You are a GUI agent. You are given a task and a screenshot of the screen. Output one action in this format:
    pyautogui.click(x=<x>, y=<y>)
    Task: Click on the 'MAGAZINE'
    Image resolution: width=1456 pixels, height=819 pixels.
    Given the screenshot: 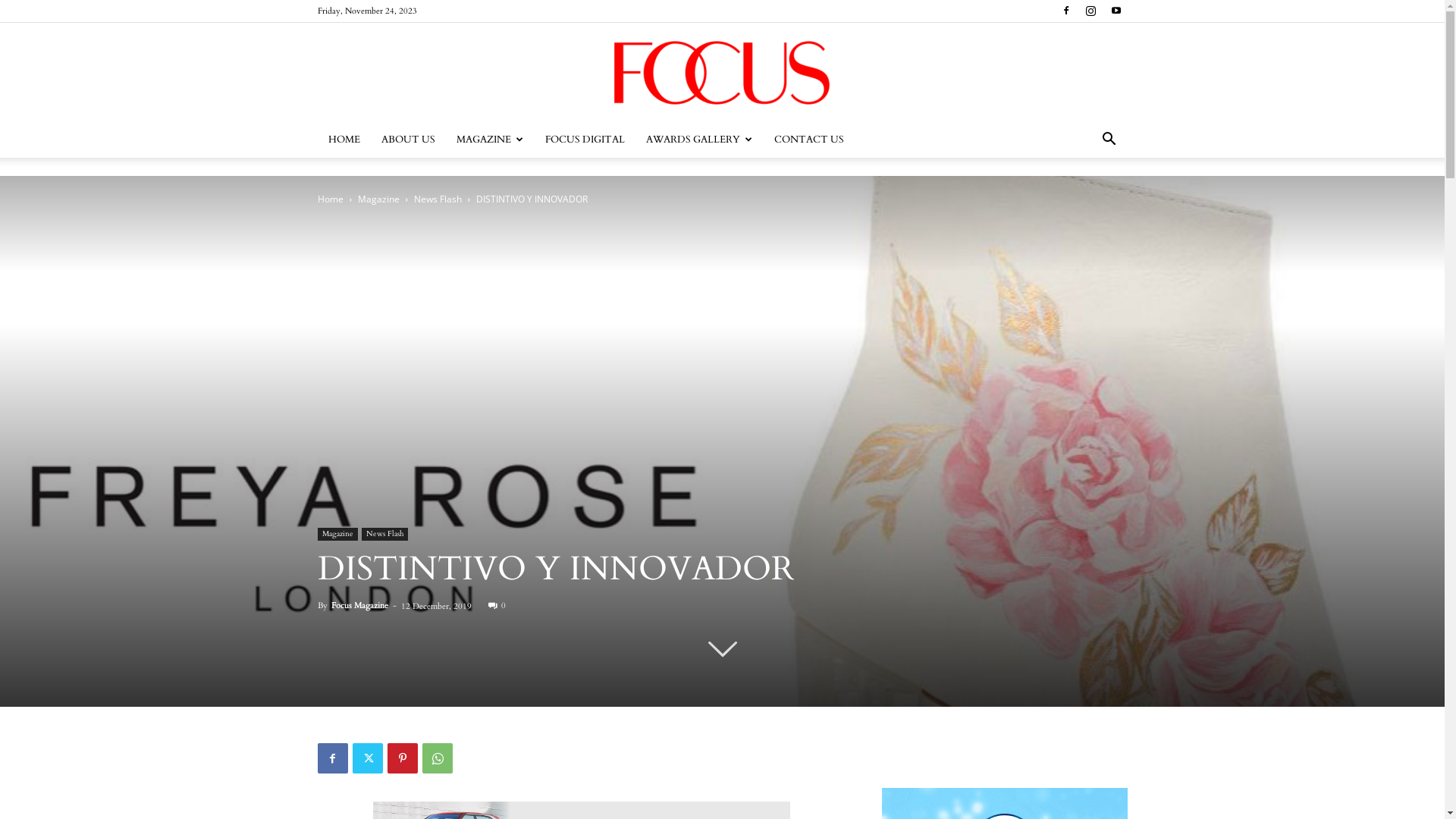 What is the action you would take?
    pyautogui.click(x=445, y=140)
    